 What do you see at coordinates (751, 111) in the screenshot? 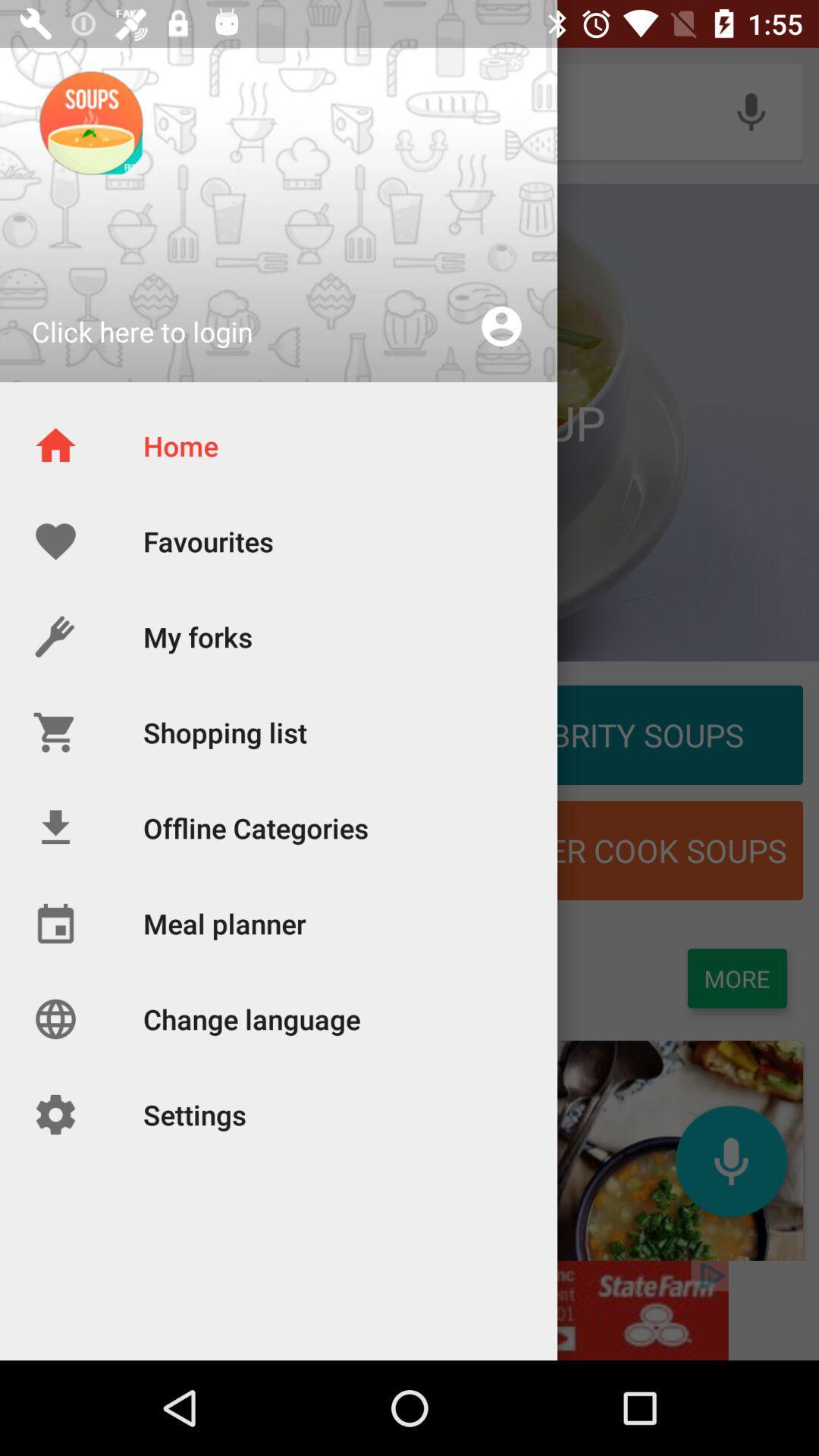
I see `the microphone icon` at bounding box center [751, 111].